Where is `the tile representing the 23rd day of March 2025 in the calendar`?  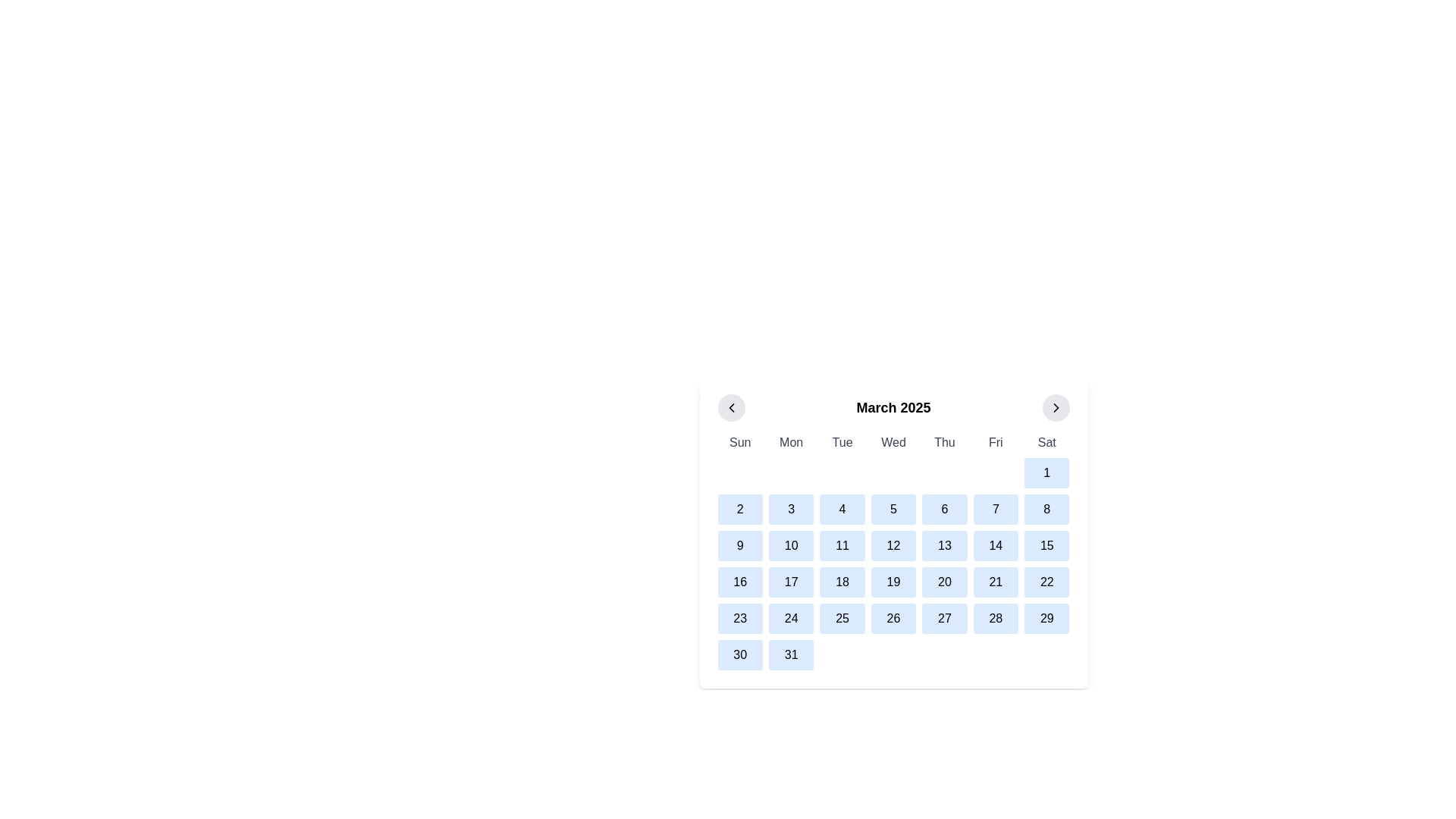 the tile representing the 23rd day of March 2025 in the calendar is located at coordinates (740, 619).